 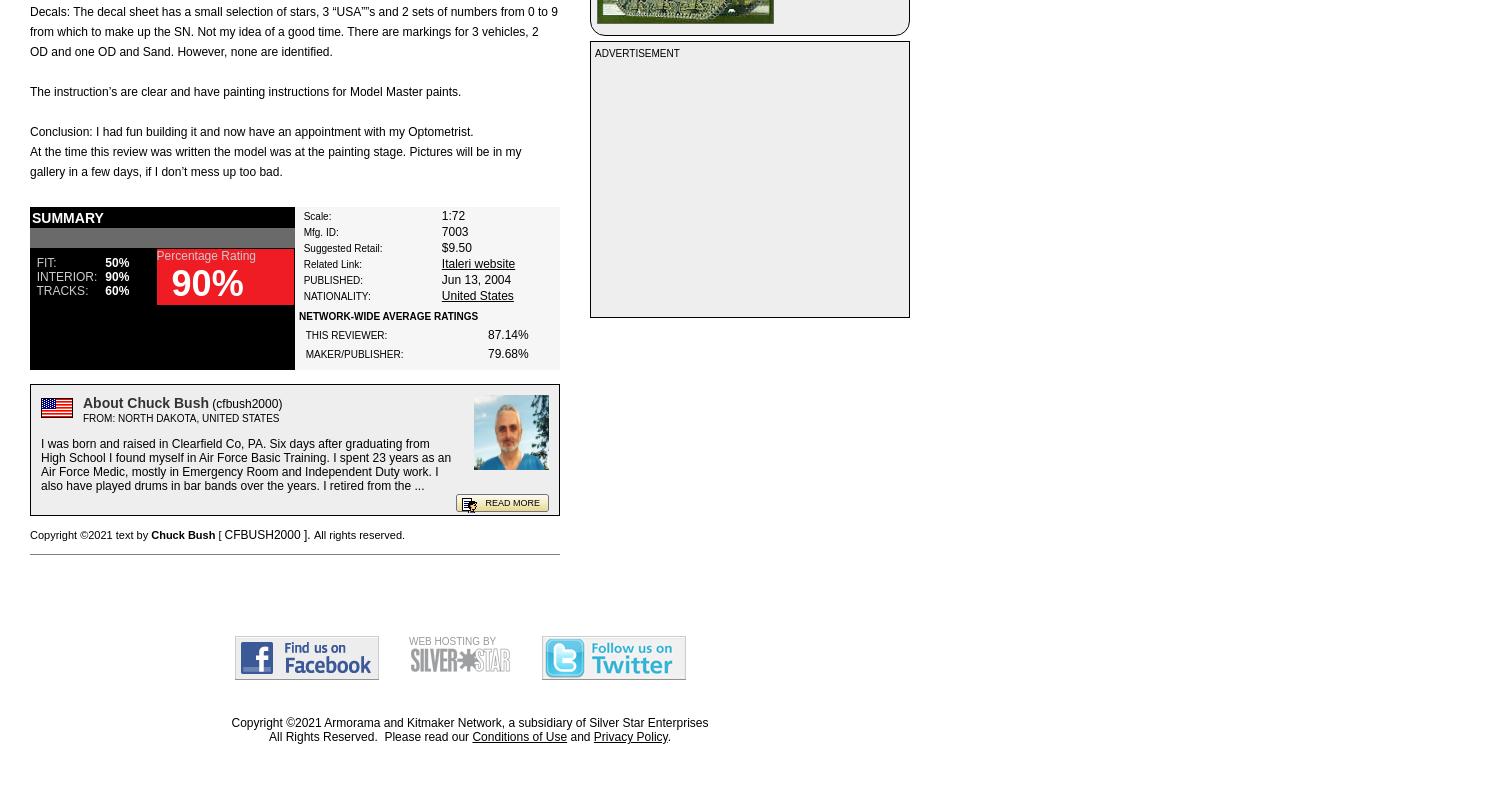 What do you see at coordinates (318, 722) in the screenshot?
I see `'Copyright ©2021 Armorama and'` at bounding box center [318, 722].